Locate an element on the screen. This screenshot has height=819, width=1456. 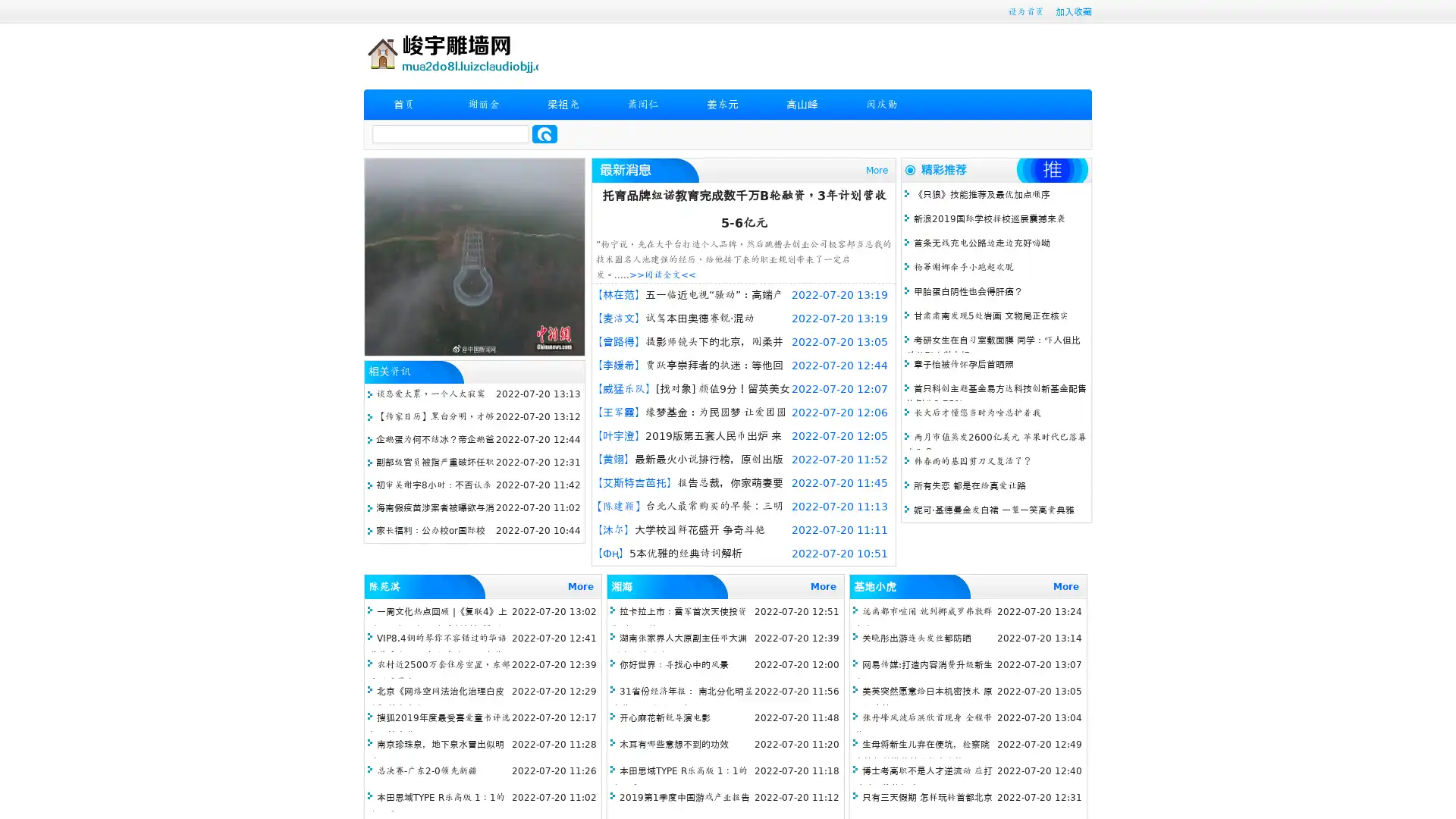
Search is located at coordinates (544, 133).